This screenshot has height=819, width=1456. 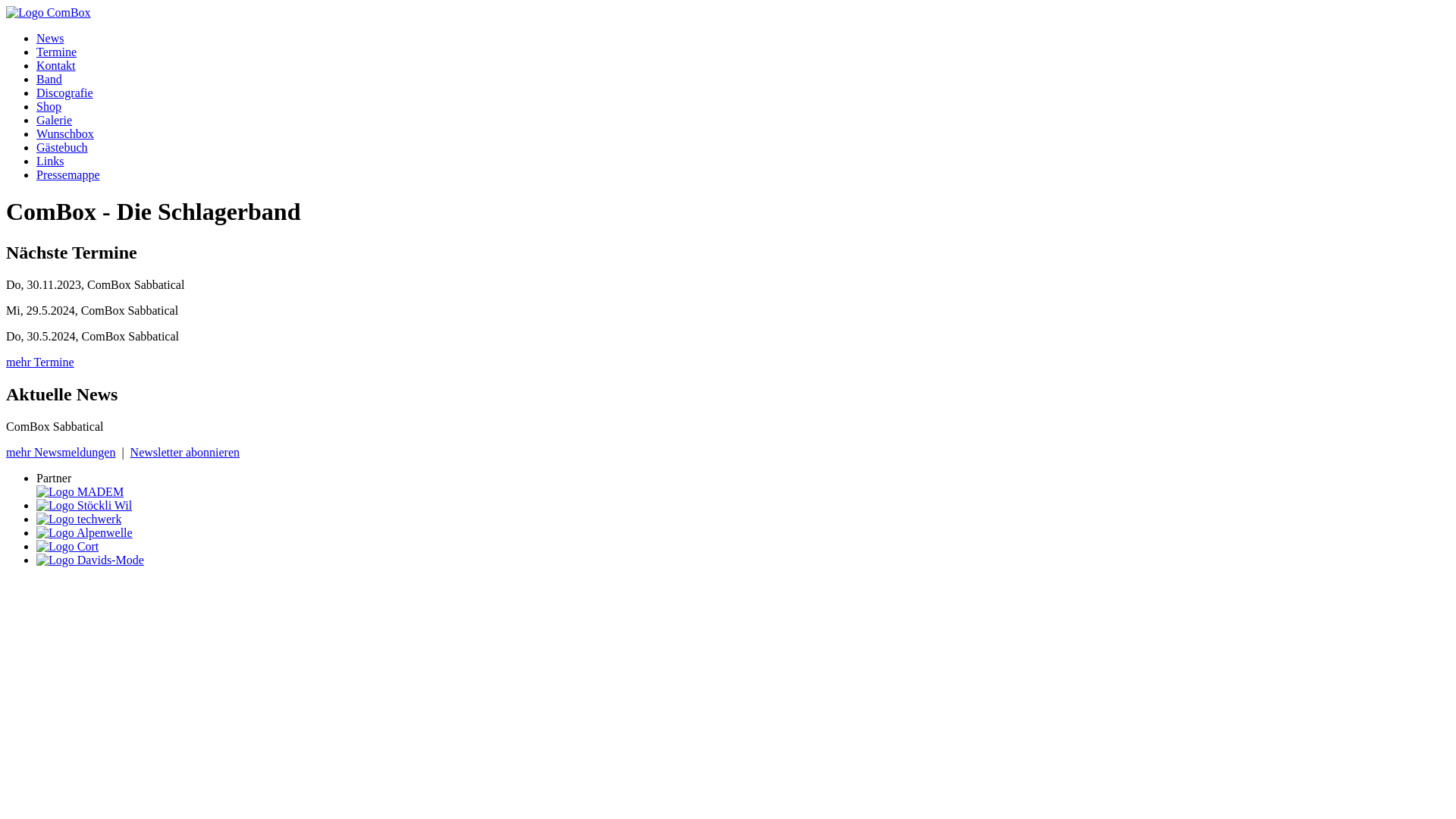 What do you see at coordinates (54, 119) in the screenshot?
I see `'Galerie'` at bounding box center [54, 119].